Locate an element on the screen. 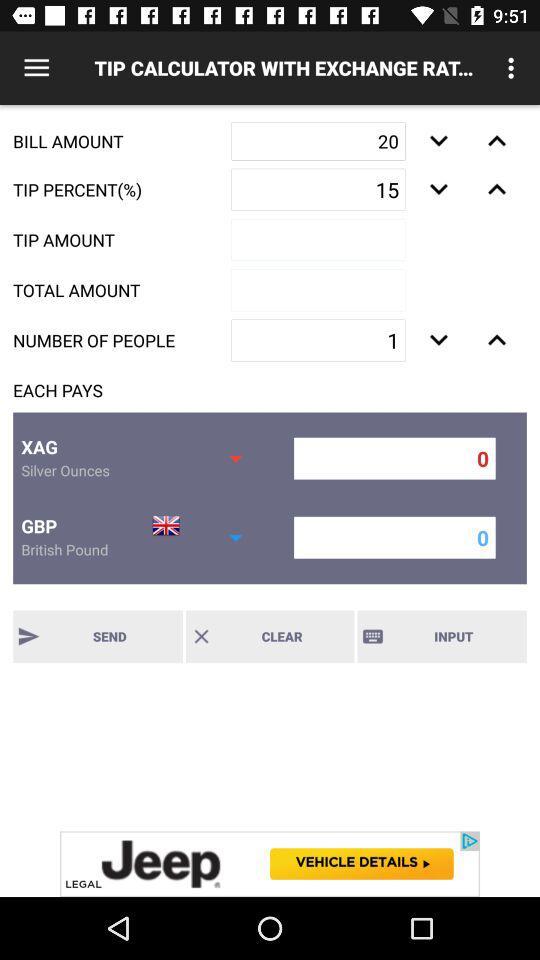 Image resolution: width=540 pixels, height=960 pixels. quantity is located at coordinates (496, 140).